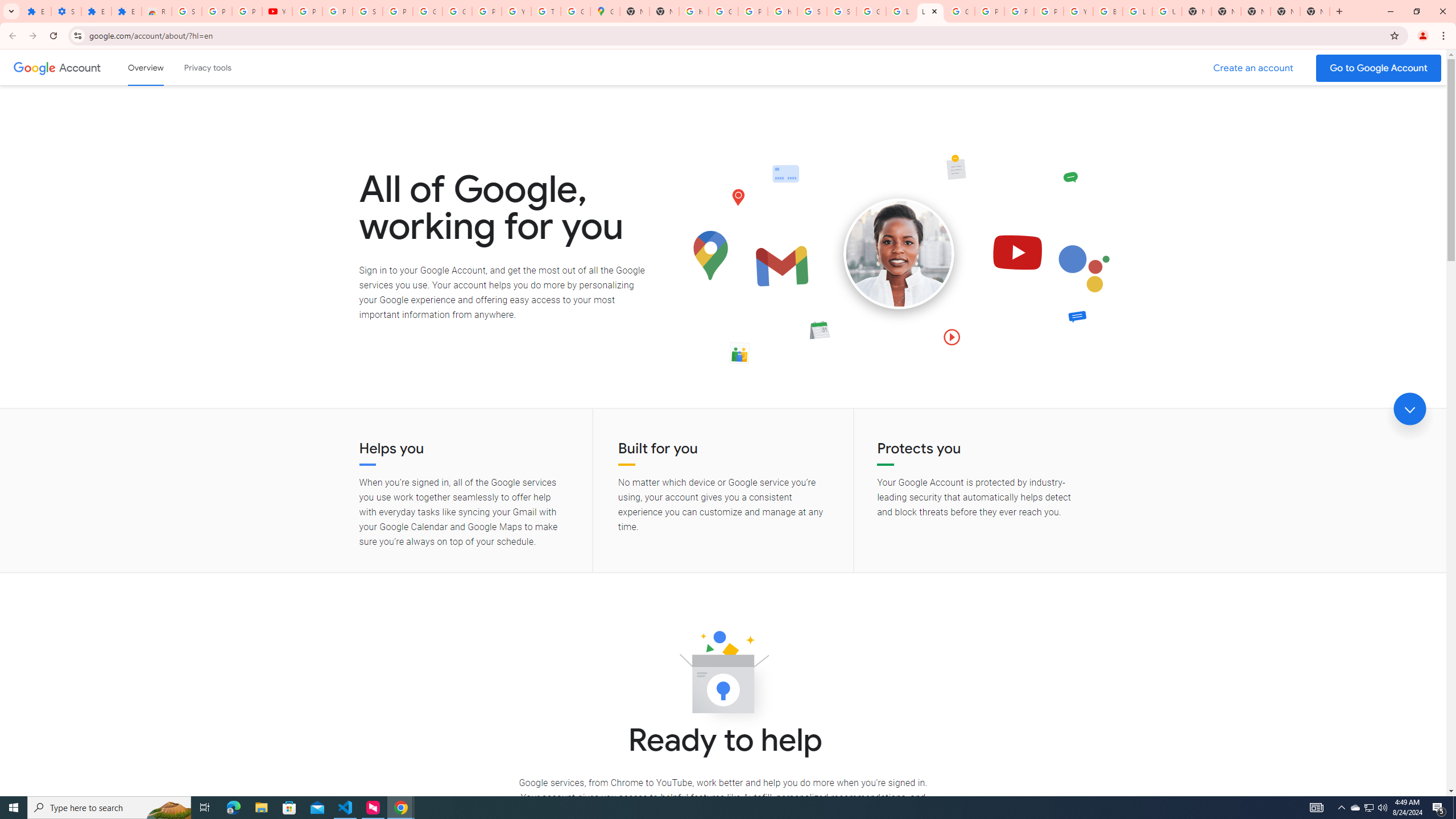  I want to click on 'Privacy Help Center - Policies Help', so click(988, 11).